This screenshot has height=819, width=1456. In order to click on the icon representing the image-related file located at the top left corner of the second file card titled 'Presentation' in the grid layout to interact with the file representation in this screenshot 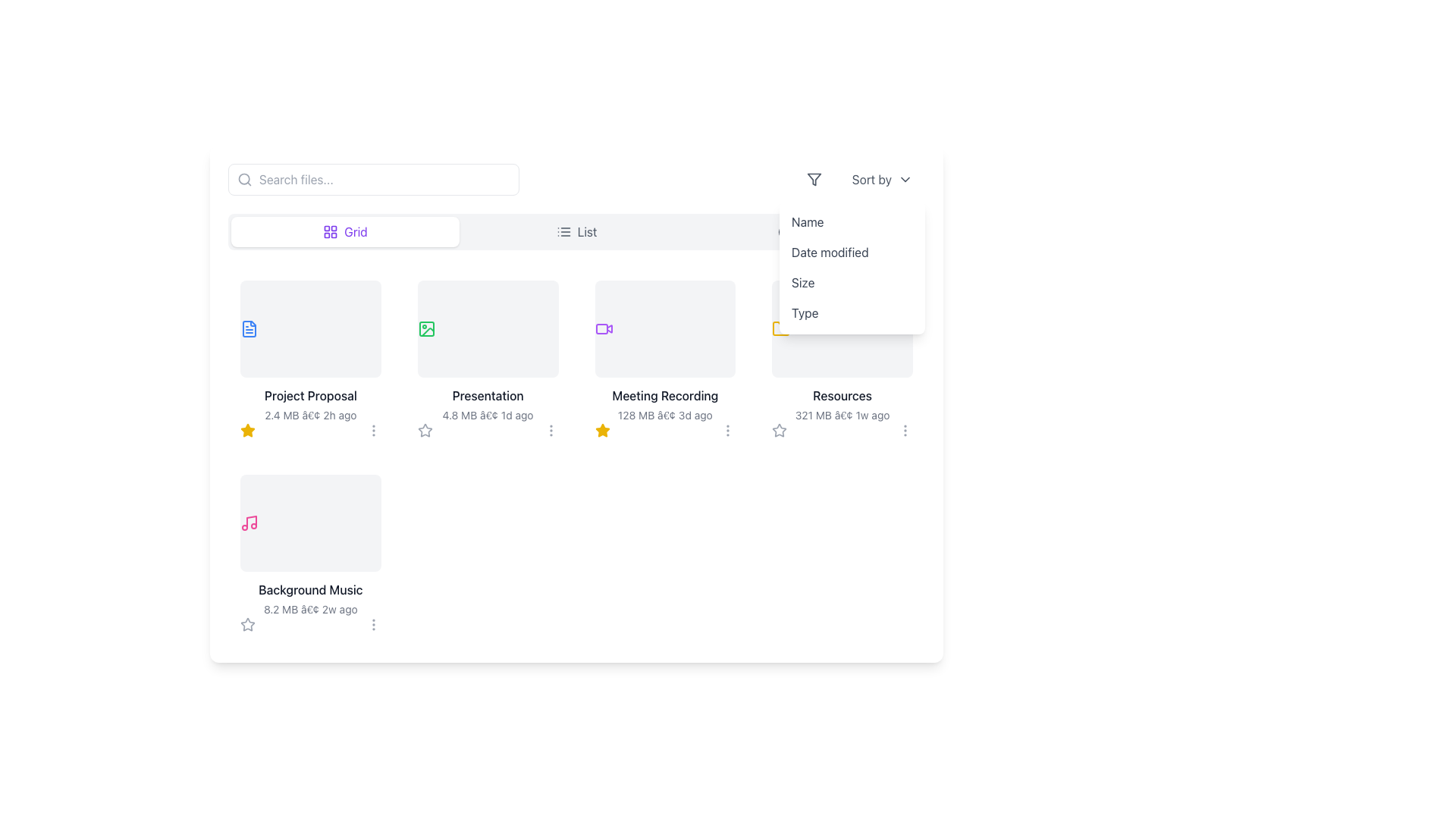, I will do `click(425, 328)`.